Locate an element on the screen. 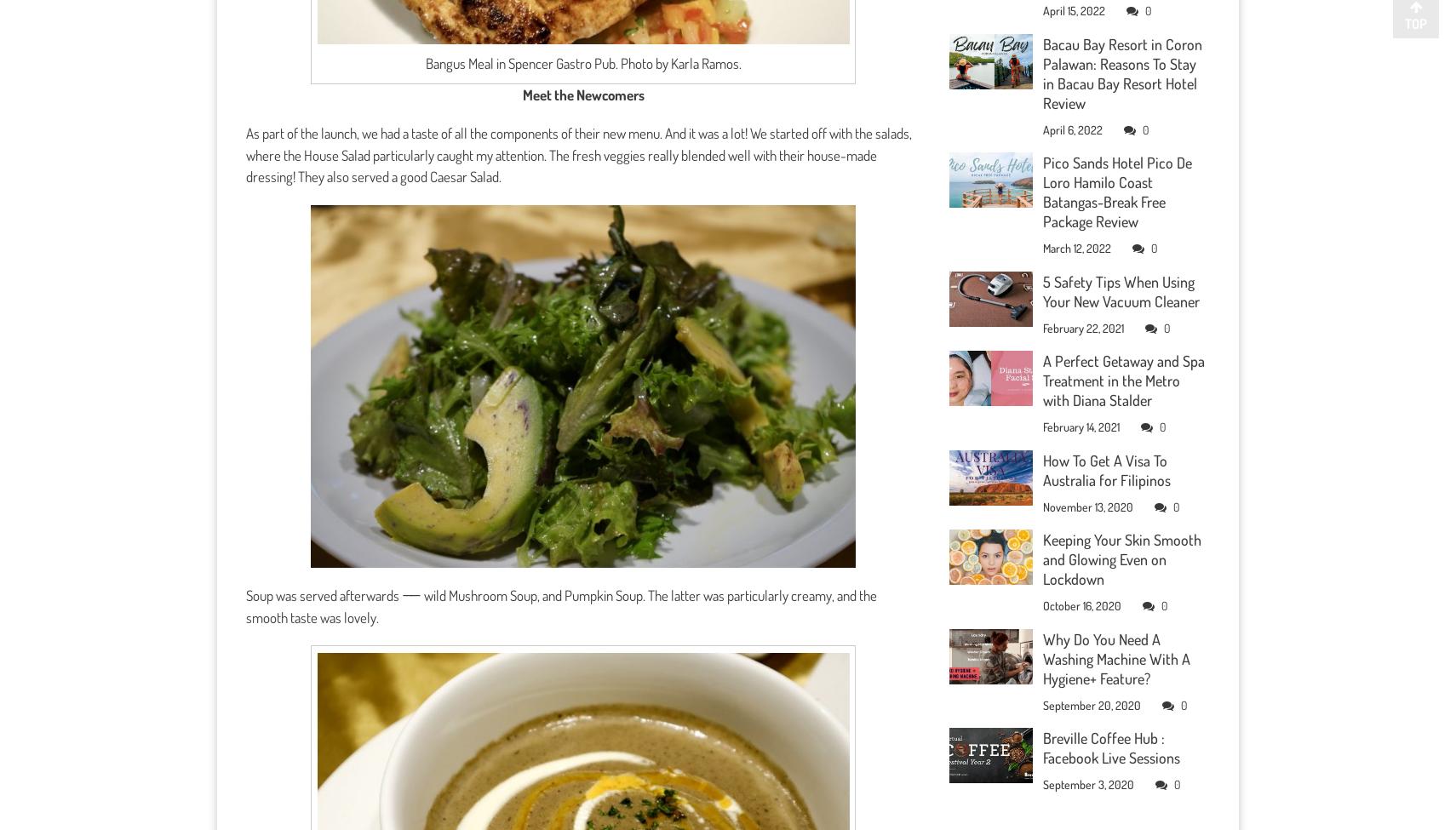 The height and width of the screenshot is (830, 1456). 'November 13, 2020' is located at coordinates (1087, 506).